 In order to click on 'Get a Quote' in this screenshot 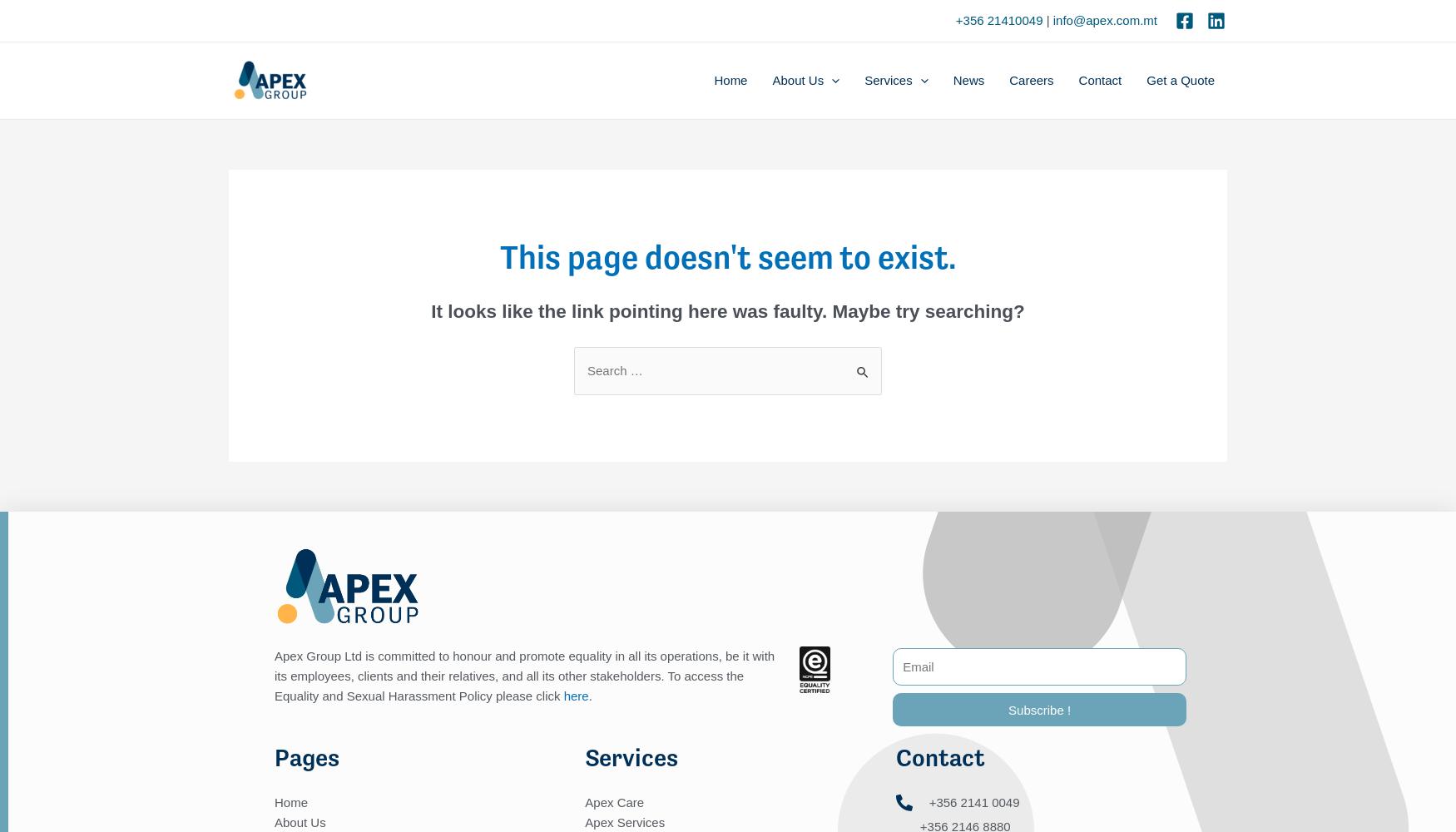, I will do `click(1180, 79)`.